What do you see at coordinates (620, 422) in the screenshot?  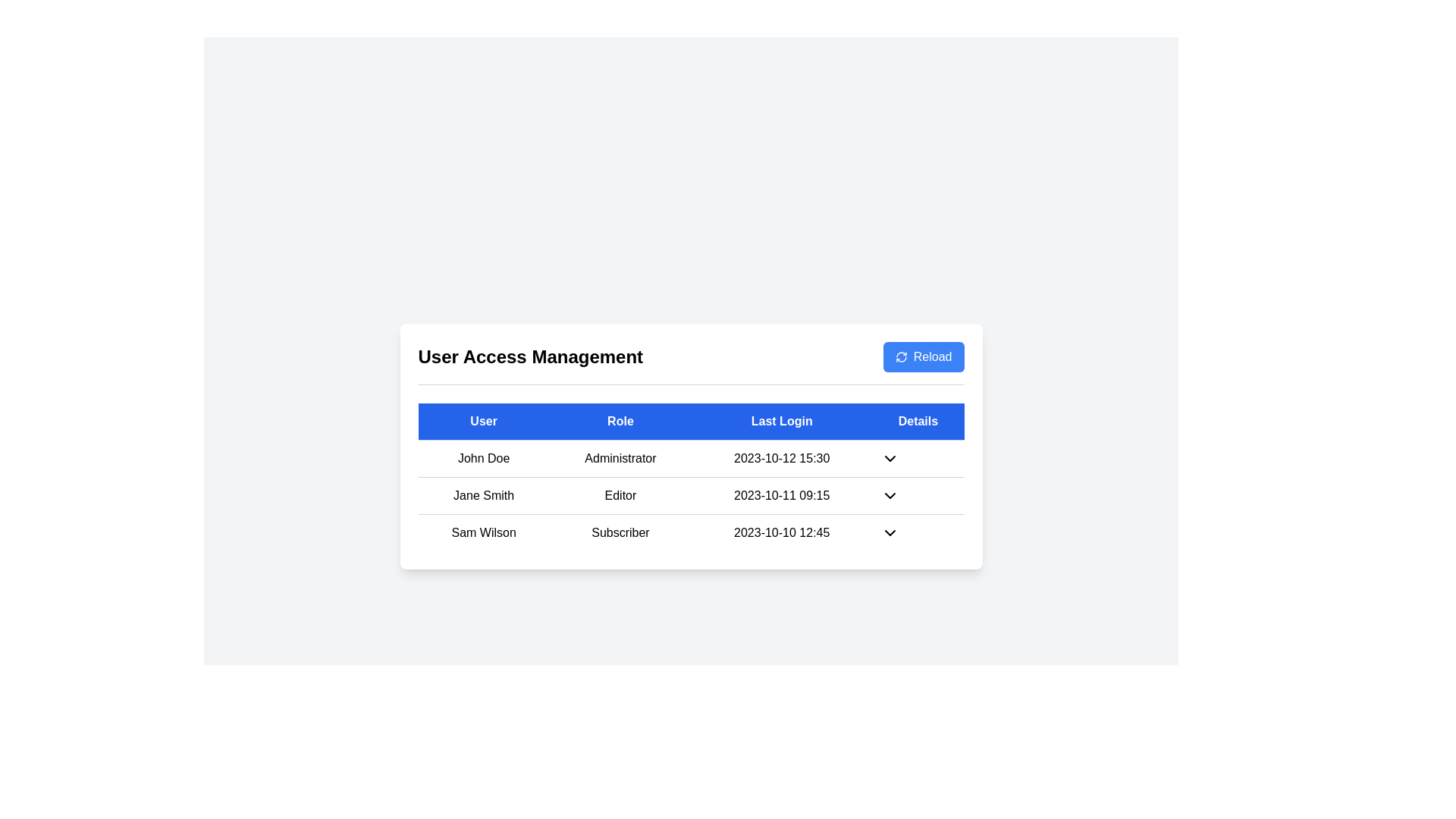 I see `the rectangular button-like component with a blue background and white bold text reading 'Role', which is the second element in a horizontal row of four elements in the header` at bounding box center [620, 422].